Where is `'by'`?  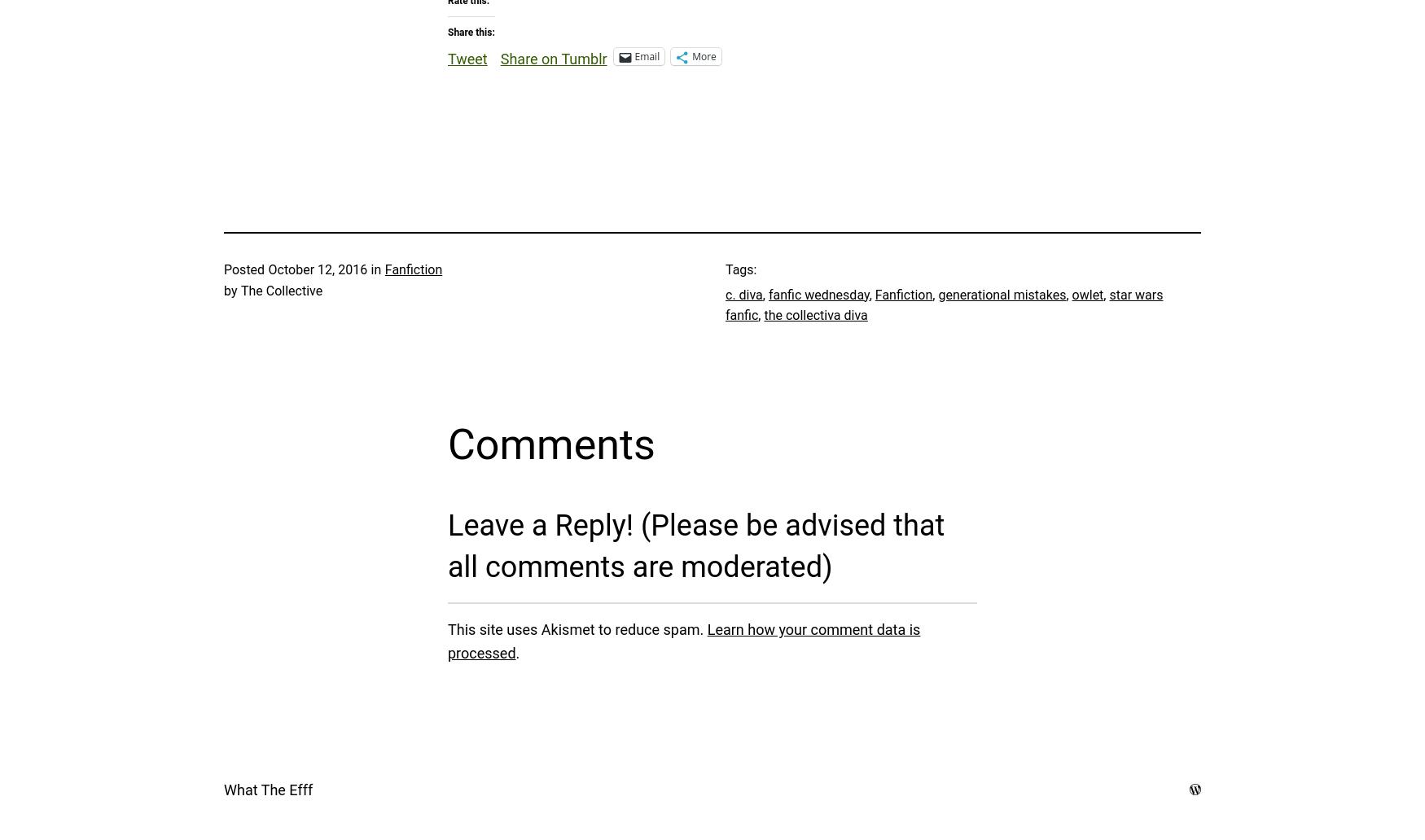
'by' is located at coordinates (229, 291).